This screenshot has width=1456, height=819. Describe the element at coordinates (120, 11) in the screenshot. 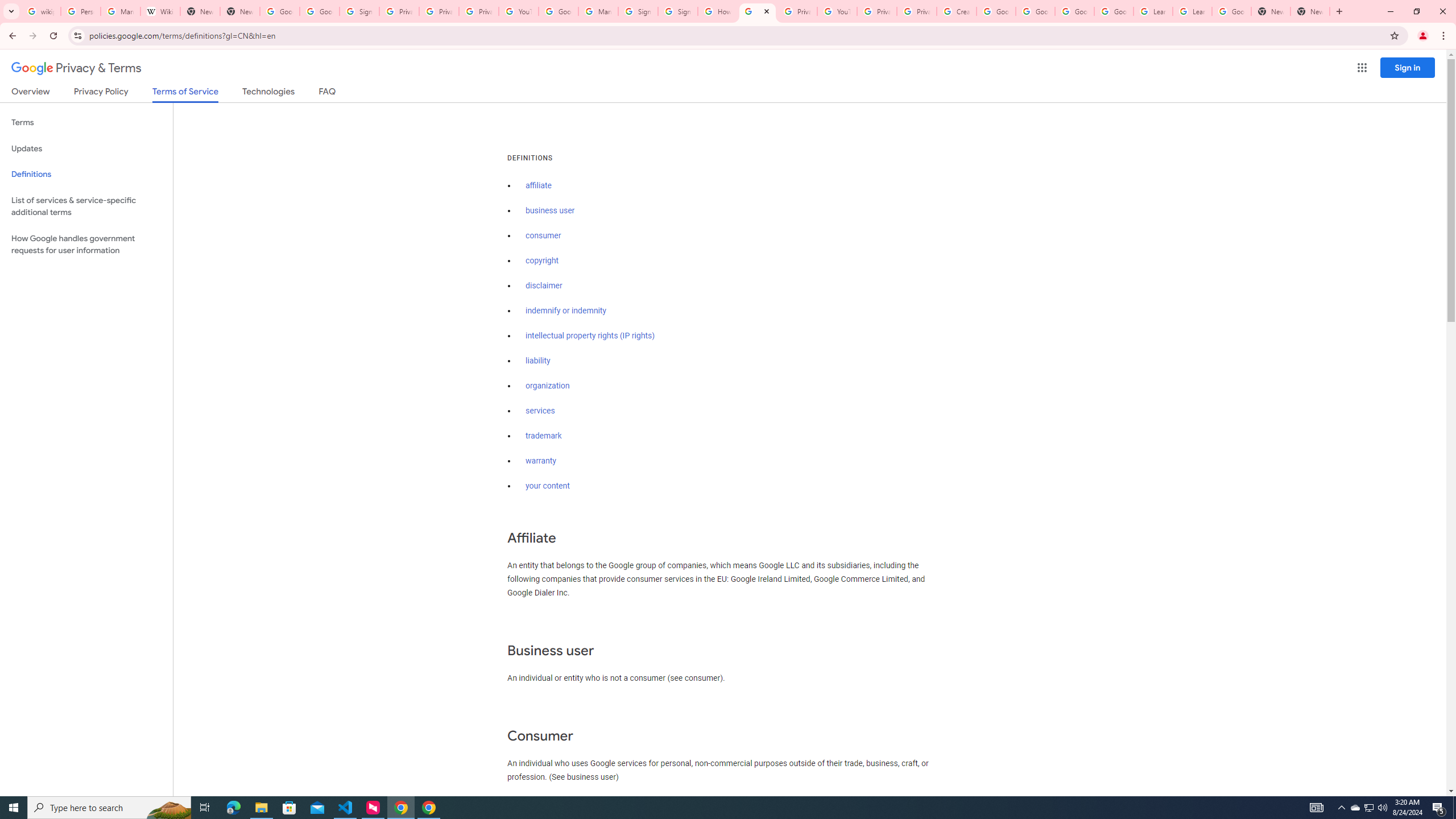

I see `'Manage your Location History - Google Search Help'` at that location.